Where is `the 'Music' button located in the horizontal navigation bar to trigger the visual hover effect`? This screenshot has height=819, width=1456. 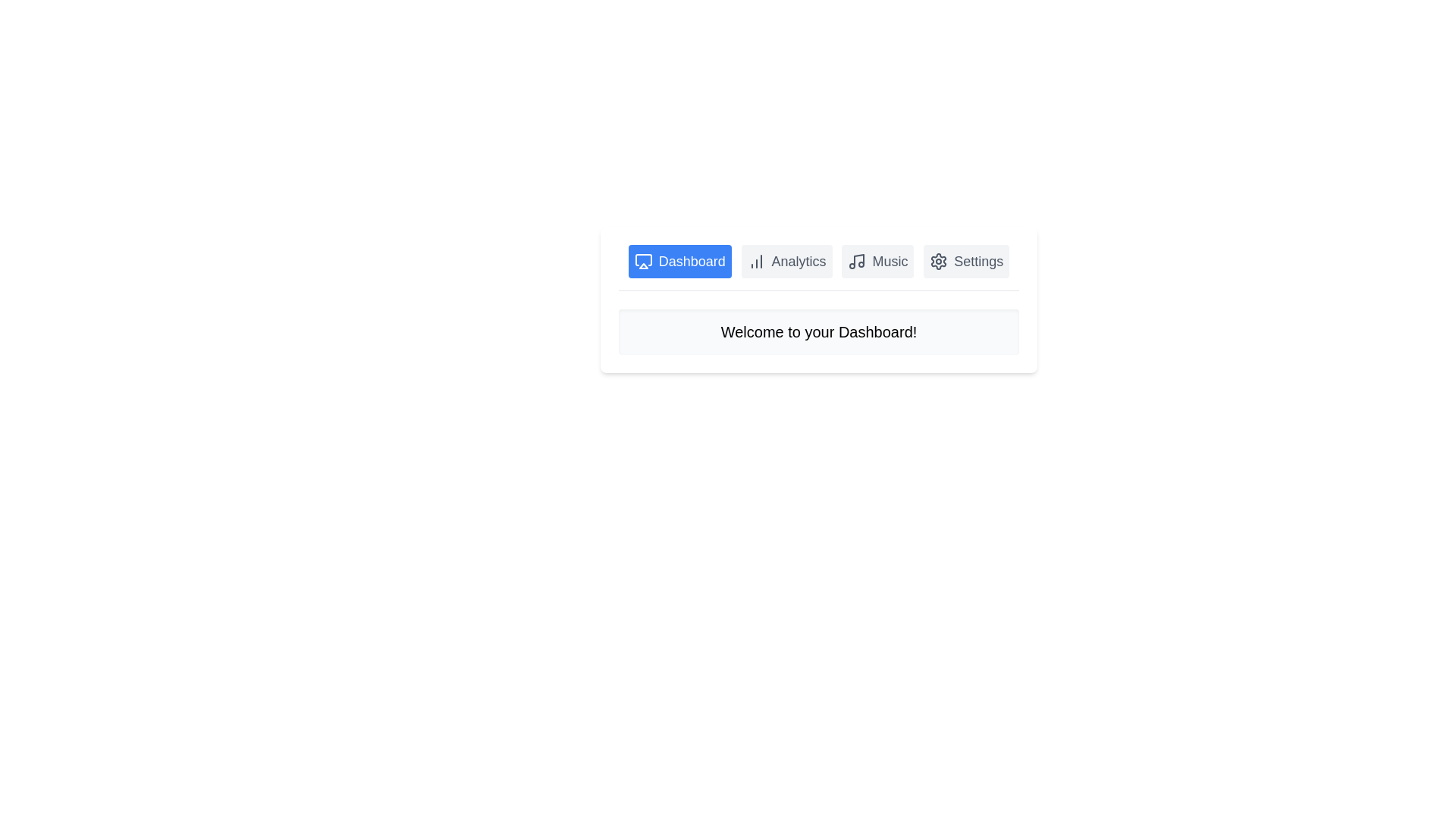
the 'Music' button located in the horizontal navigation bar to trigger the visual hover effect is located at coordinates (877, 260).